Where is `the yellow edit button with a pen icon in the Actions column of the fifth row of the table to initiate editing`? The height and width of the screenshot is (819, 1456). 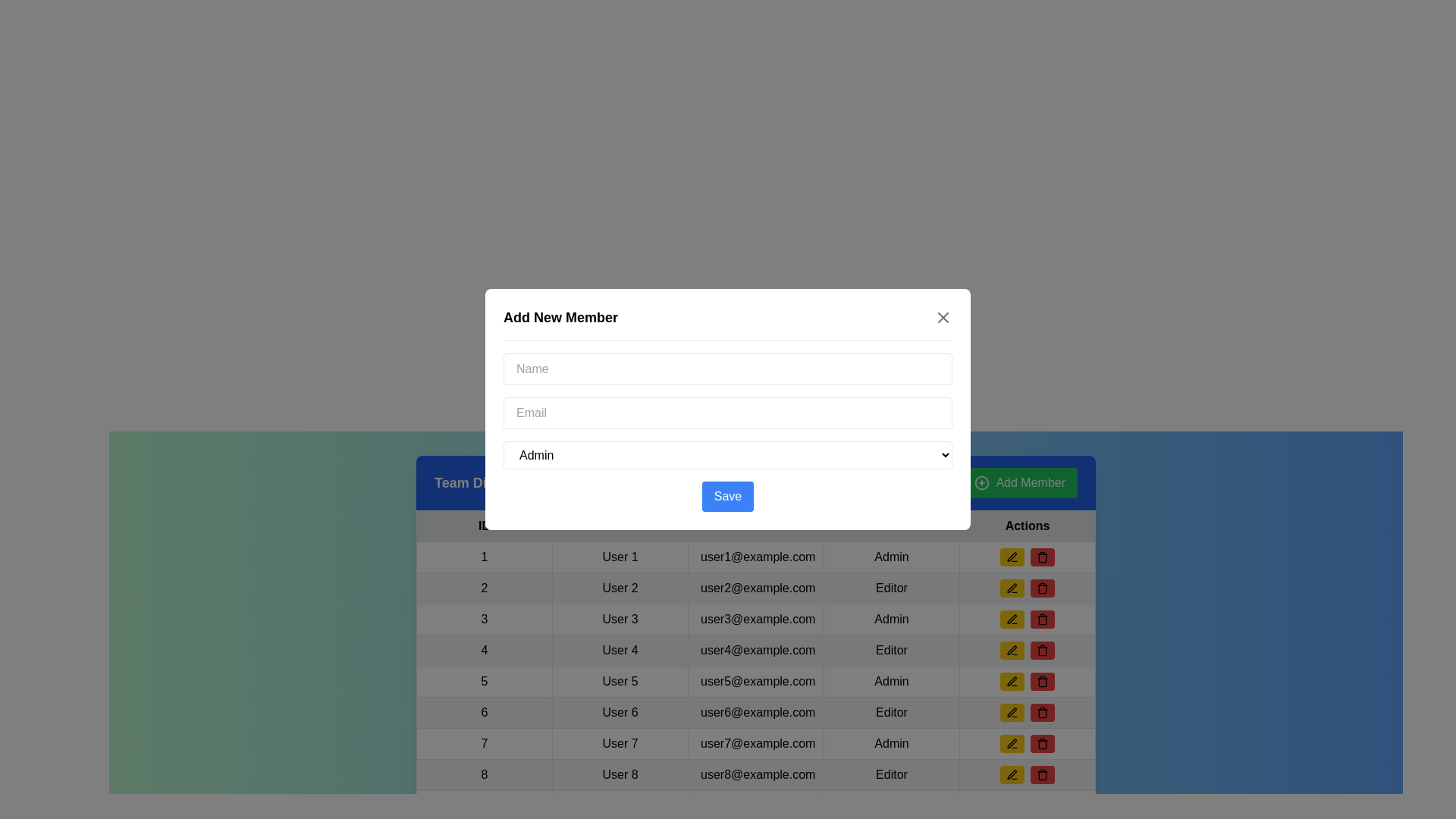
the yellow edit button with a pen icon in the Actions column of the fifth row of the table to initiate editing is located at coordinates (1027, 680).